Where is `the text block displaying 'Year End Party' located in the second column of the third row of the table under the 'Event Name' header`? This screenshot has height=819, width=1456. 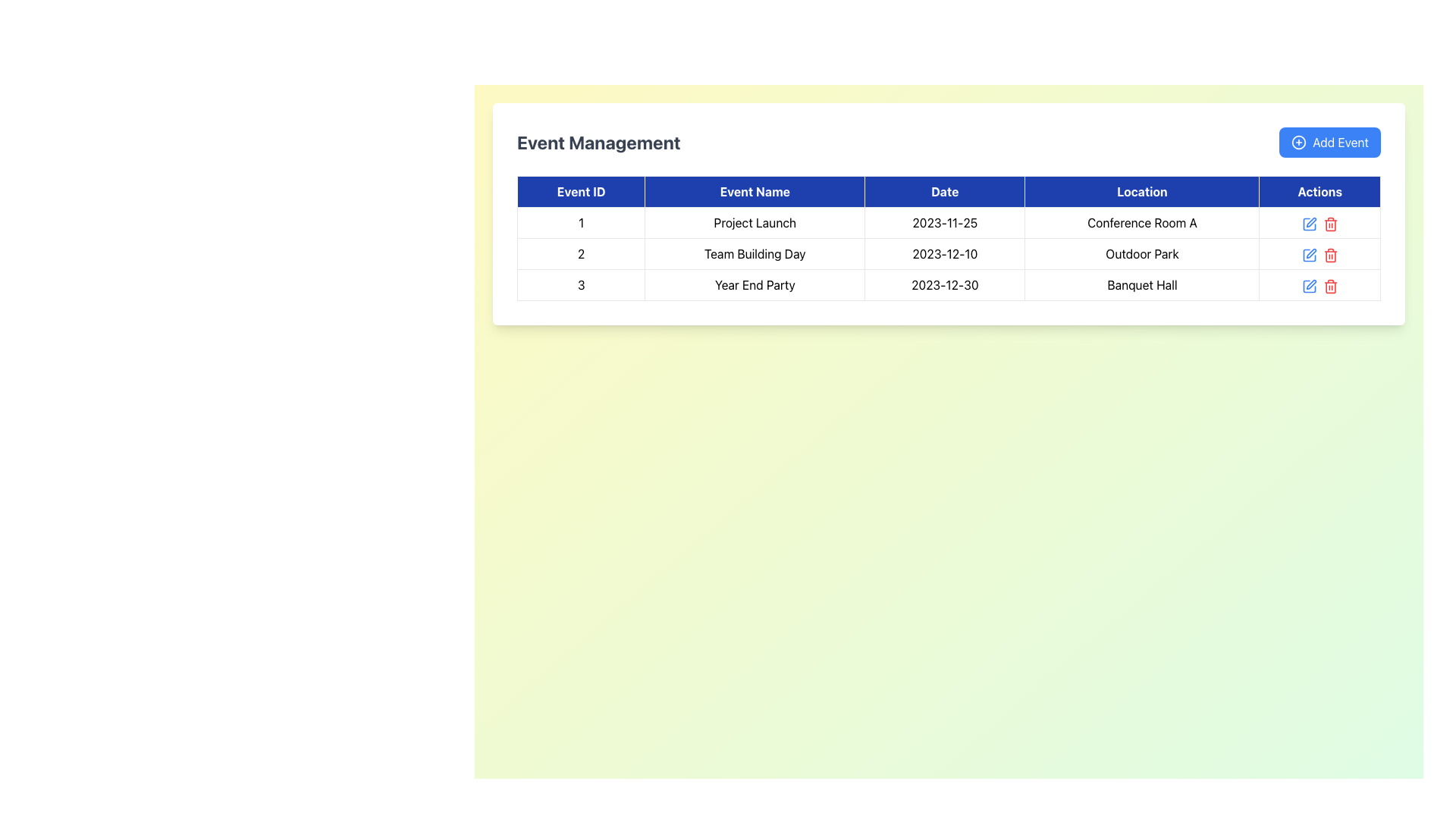
the text block displaying 'Year End Party' located in the second column of the third row of the table under the 'Event Name' header is located at coordinates (755, 284).